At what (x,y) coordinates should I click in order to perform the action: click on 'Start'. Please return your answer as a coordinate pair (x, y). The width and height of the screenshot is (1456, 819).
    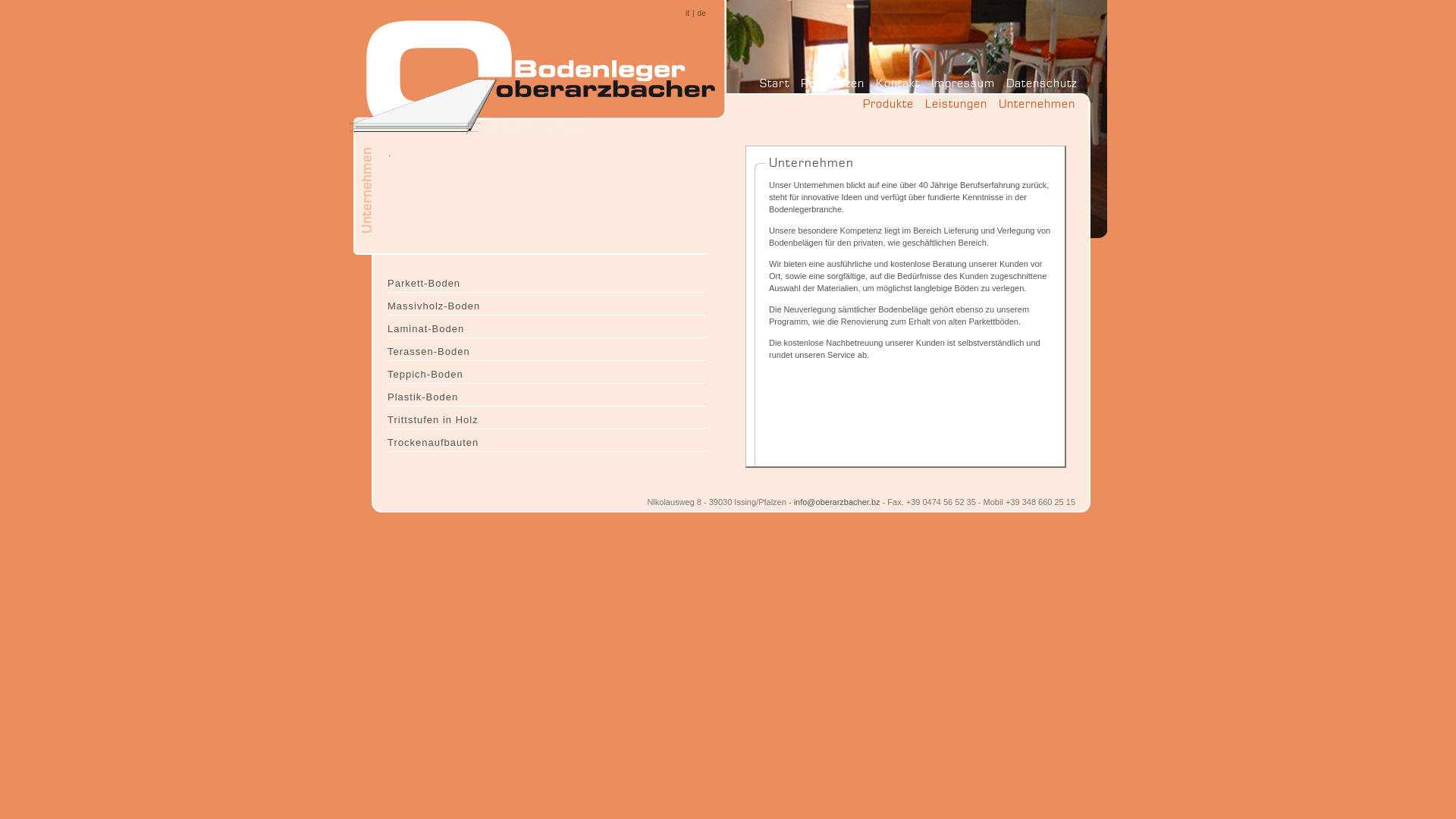
    Looking at the image, I should click on (774, 83).